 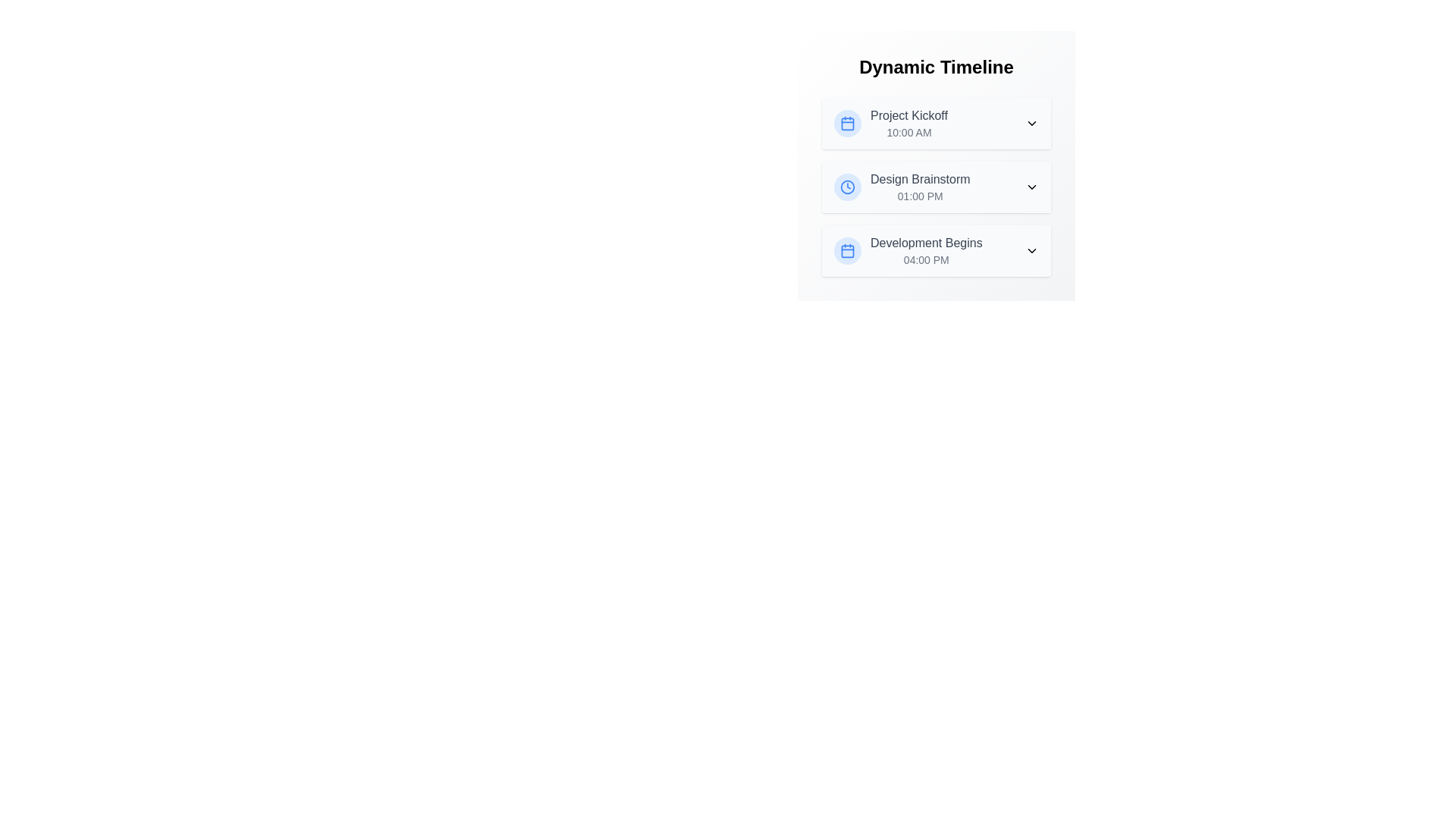 I want to click on displayed information from the text label titled 'Project Kickoff' with the time '10:00 AM' located under the 'Dynamic Timeline' heading, next to the circular blue calendar icon, so click(x=909, y=122).